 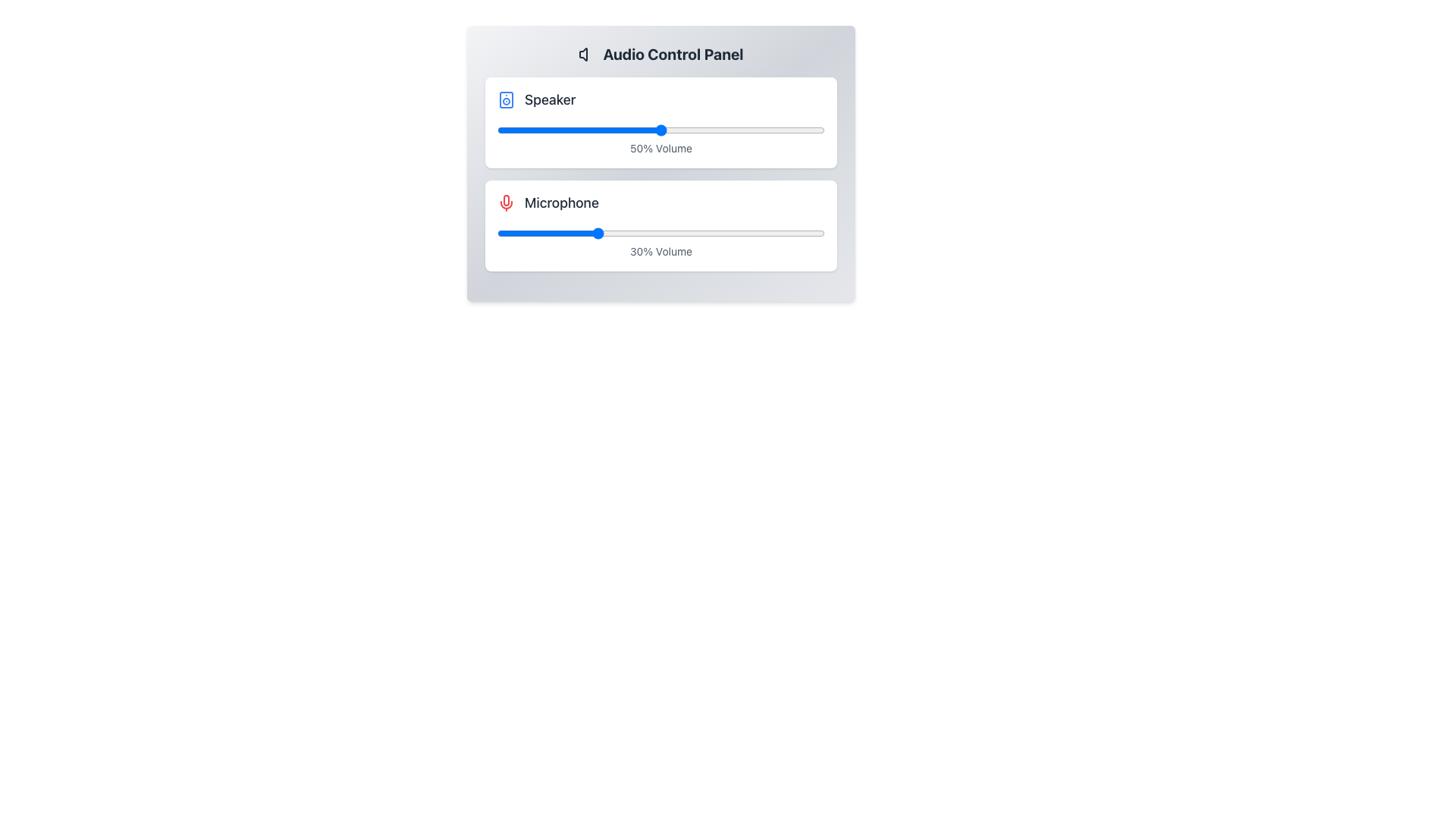 What do you see at coordinates (779, 130) in the screenshot?
I see `the speaker volume` at bounding box center [779, 130].